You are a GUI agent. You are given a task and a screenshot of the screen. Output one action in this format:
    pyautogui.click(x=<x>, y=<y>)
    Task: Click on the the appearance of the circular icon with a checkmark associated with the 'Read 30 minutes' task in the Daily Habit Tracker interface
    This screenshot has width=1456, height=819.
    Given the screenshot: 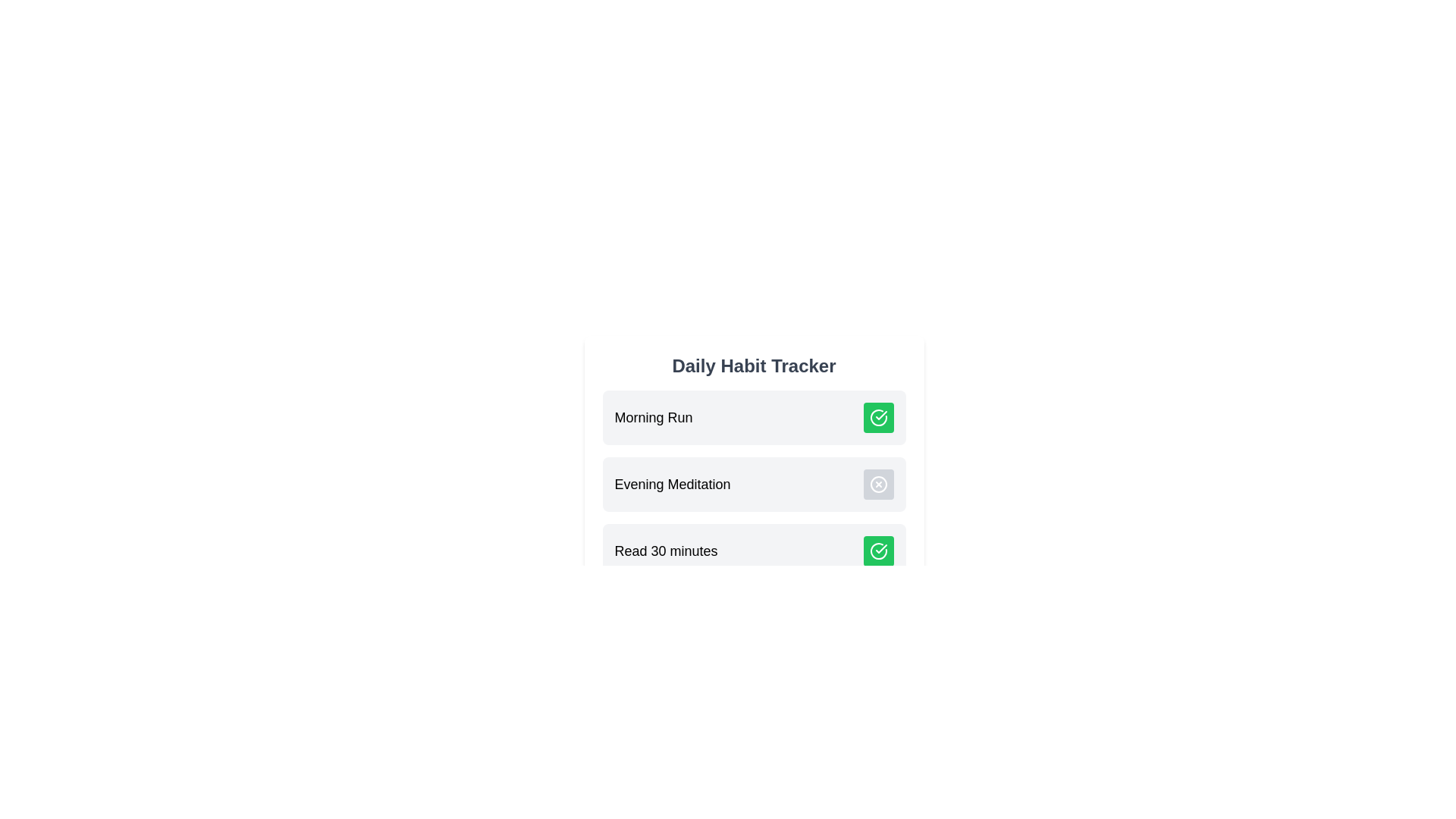 What is the action you would take?
    pyautogui.click(x=880, y=415)
    